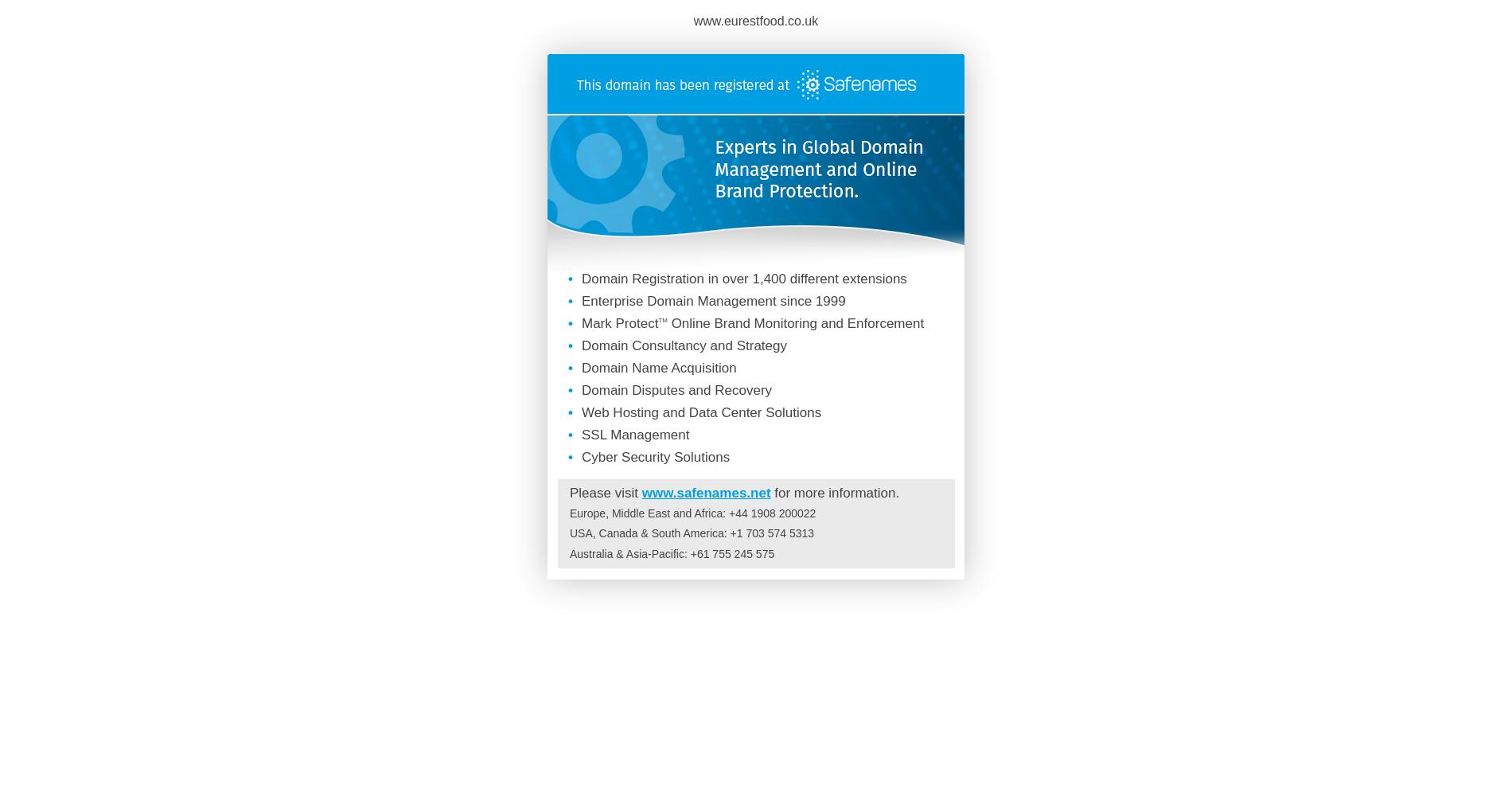  I want to click on 'Online Brand Monitoring and Enforcement', so click(795, 322).